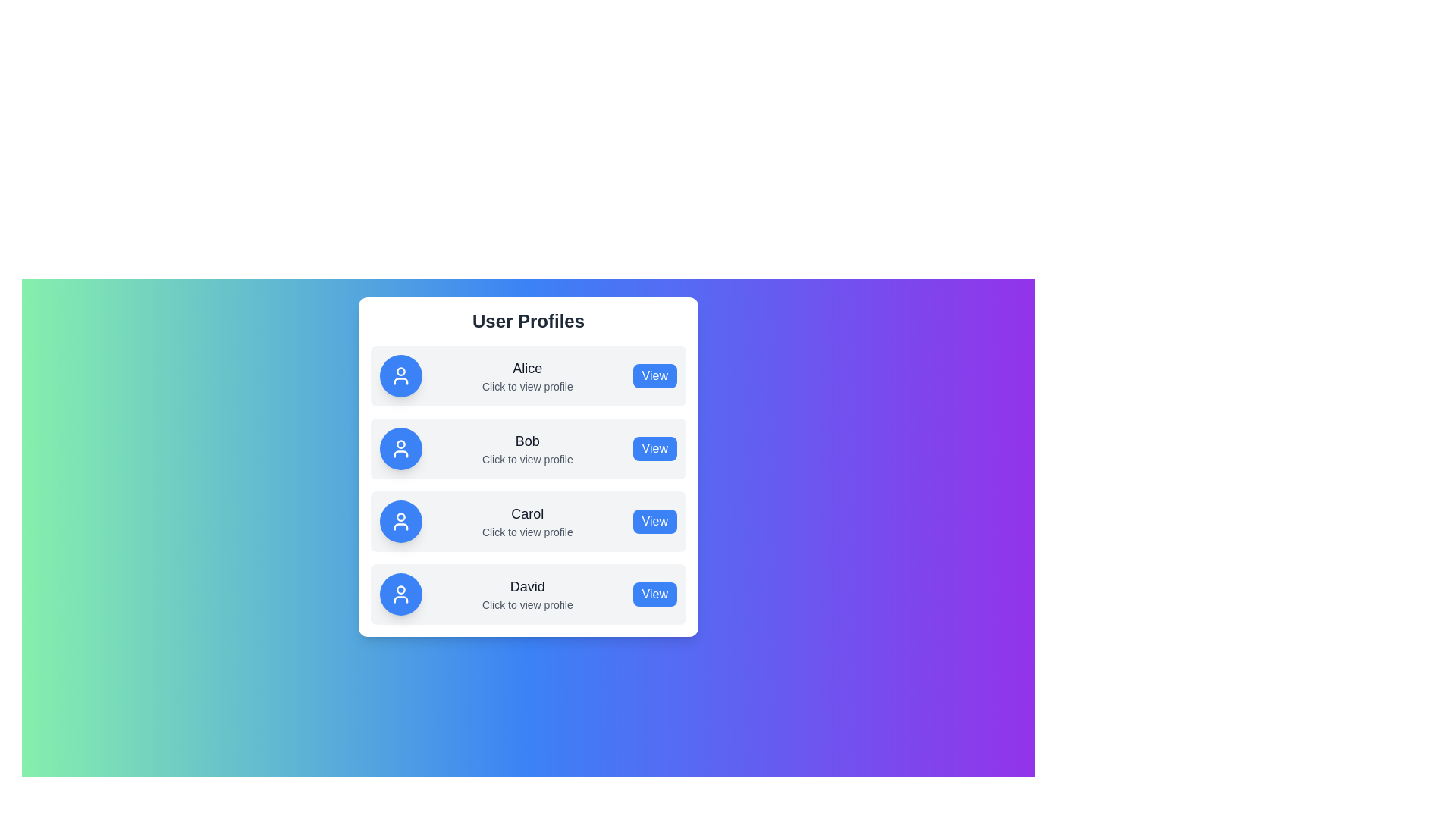 The image size is (1456, 819). What do you see at coordinates (654, 375) in the screenshot?
I see `the button located at the rightmost side of the list item labeled 'Alice'` at bounding box center [654, 375].